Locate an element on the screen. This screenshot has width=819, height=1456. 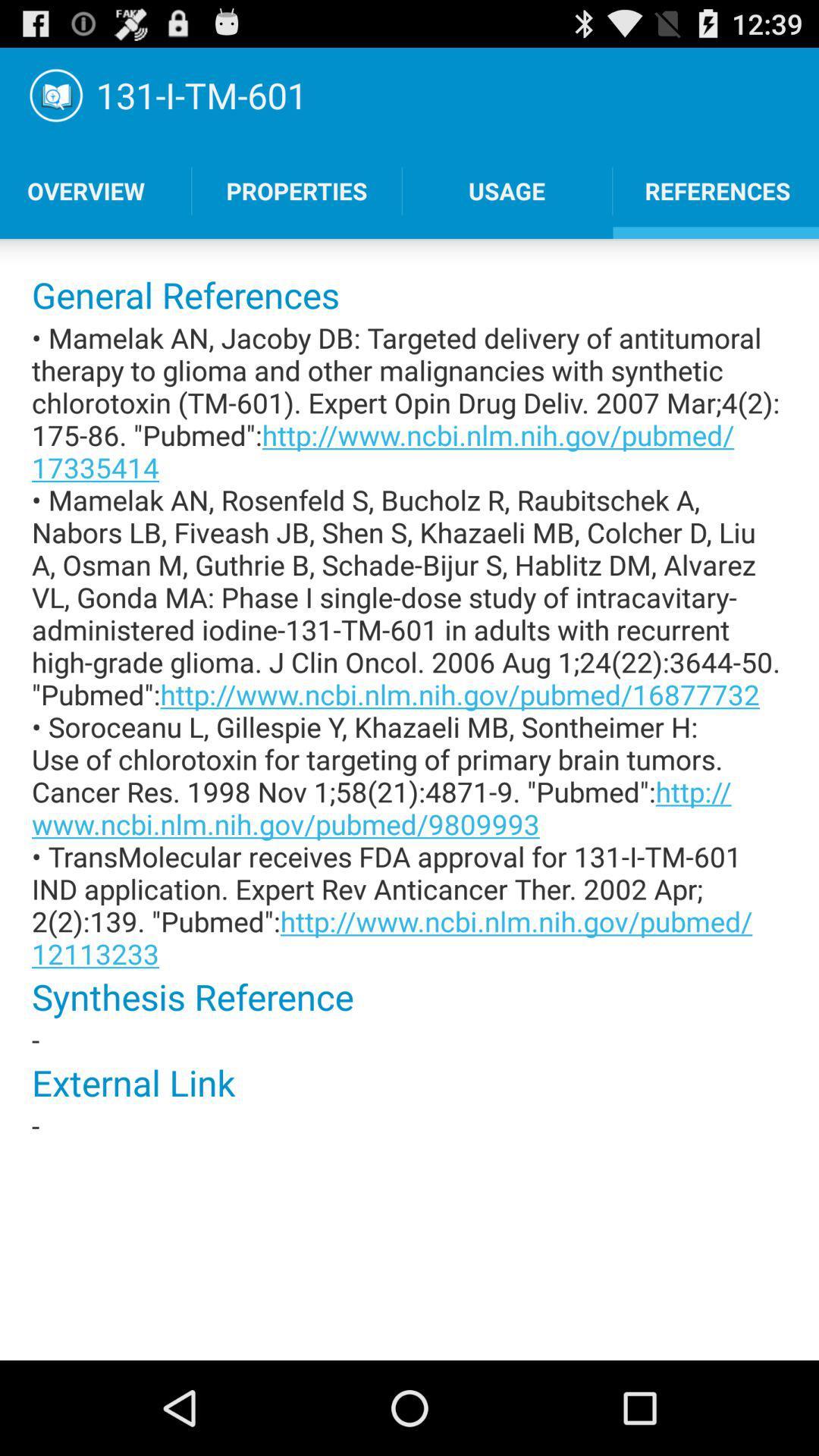
- icon is located at coordinates (409, 1039).